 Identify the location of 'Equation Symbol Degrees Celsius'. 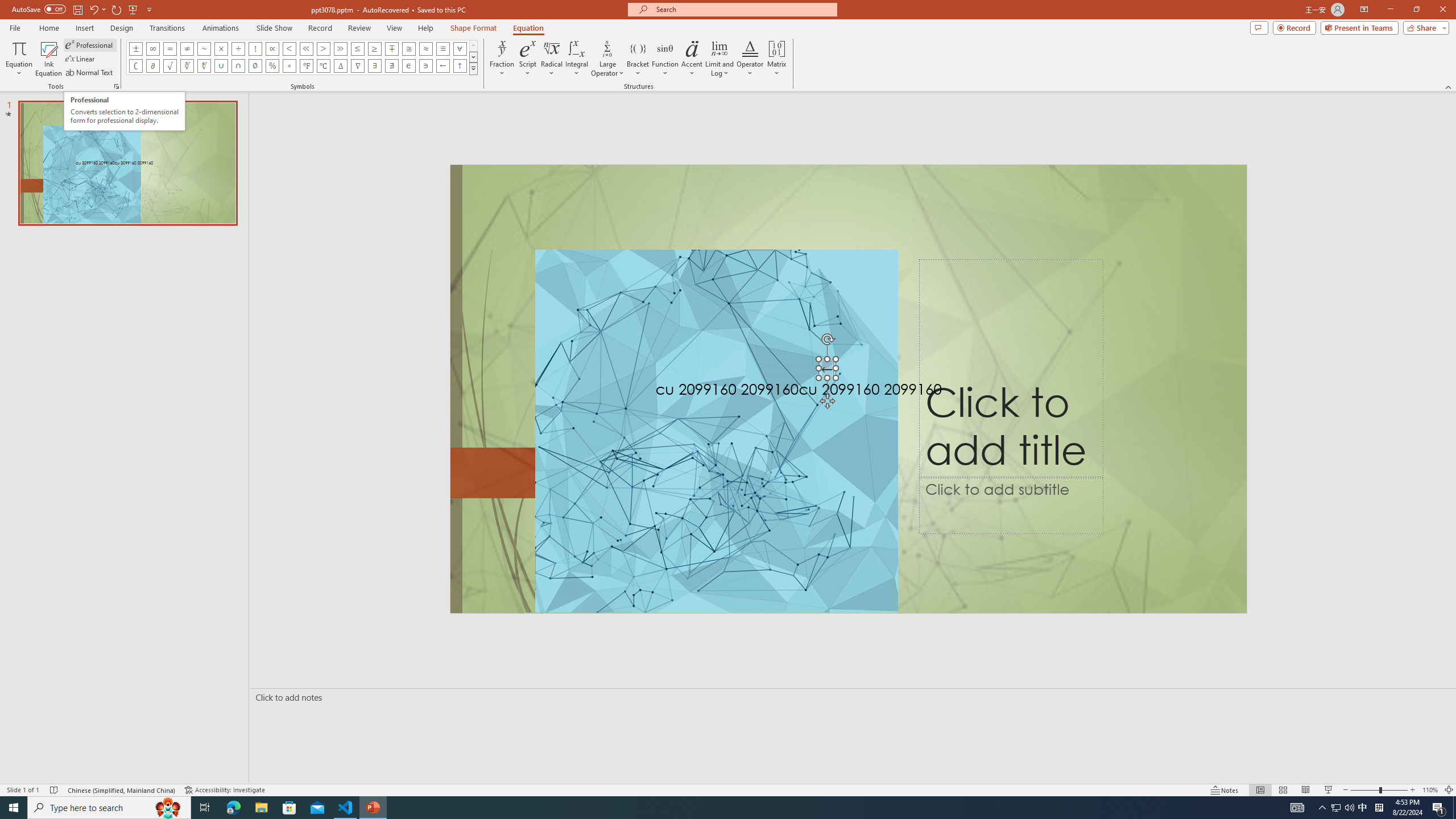
(322, 65).